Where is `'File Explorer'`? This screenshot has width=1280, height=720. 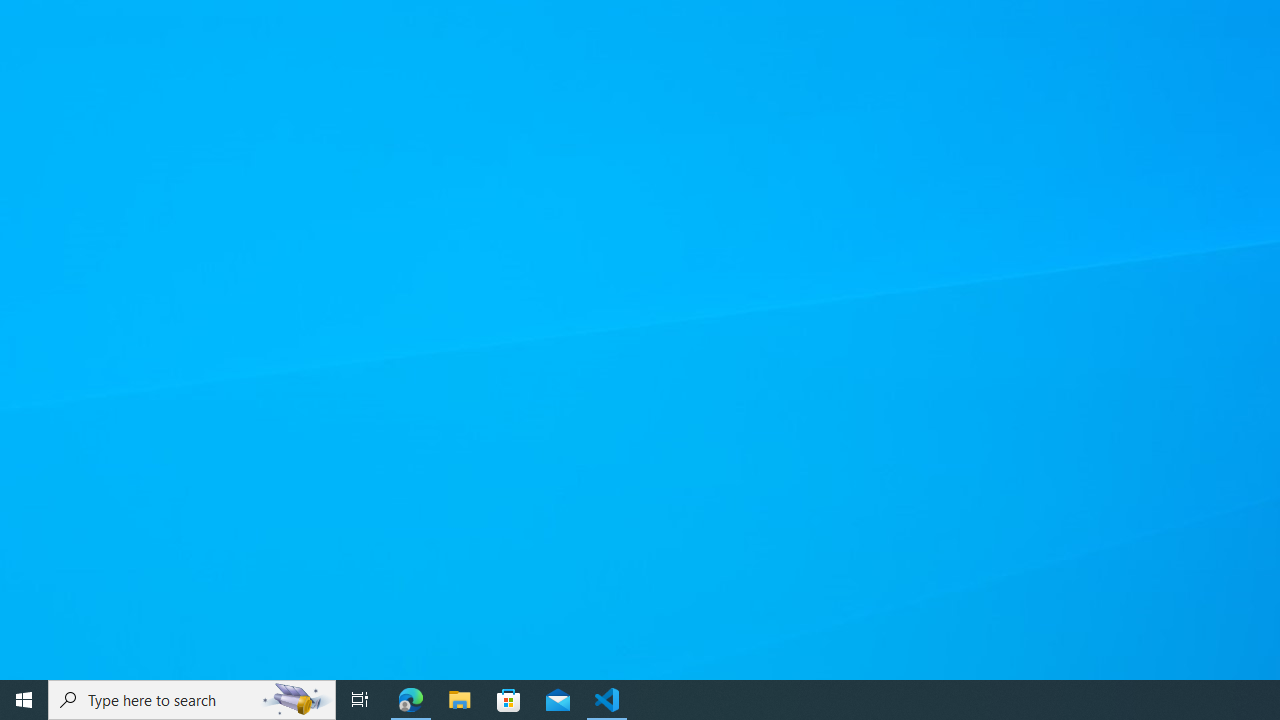 'File Explorer' is located at coordinates (459, 698).